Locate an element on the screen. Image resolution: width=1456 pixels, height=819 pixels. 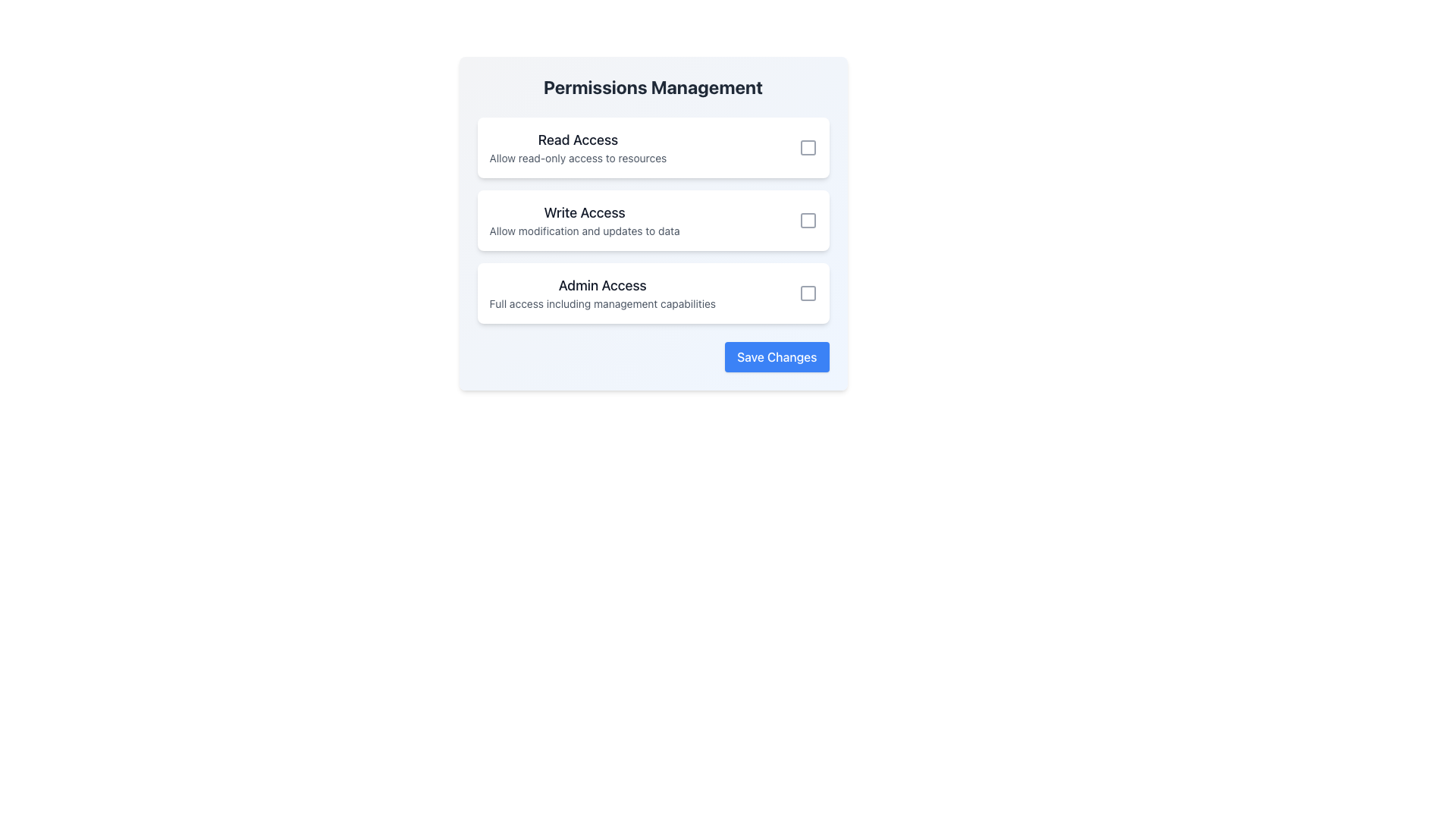
the SVG element indicating the 'Write Access' function in the Permissions Management interface is located at coordinates (807, 220).